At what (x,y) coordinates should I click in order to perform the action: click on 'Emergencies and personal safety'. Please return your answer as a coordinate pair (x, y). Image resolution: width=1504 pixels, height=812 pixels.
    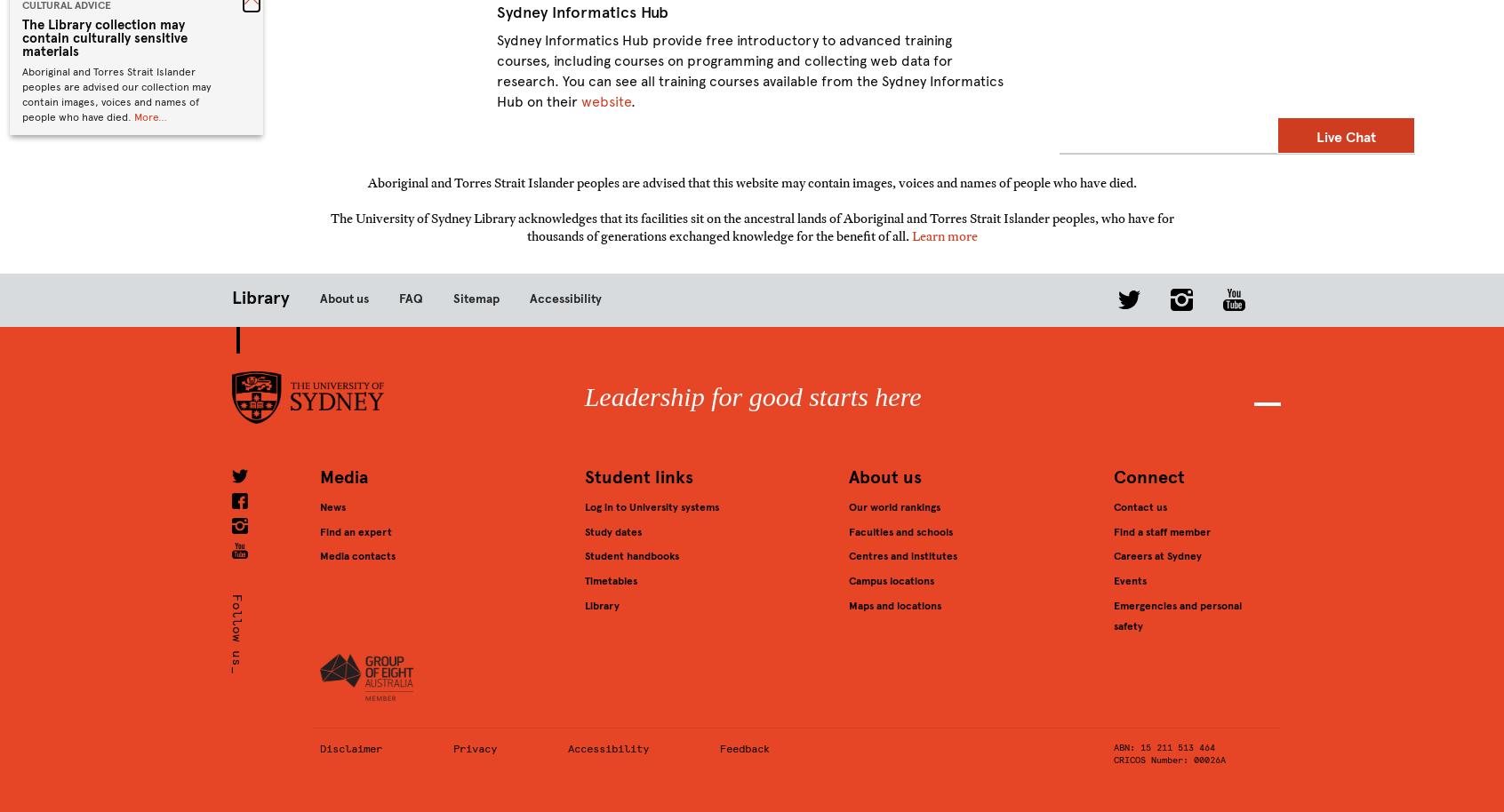
    Looking at the image, I should click on (1175, 614).